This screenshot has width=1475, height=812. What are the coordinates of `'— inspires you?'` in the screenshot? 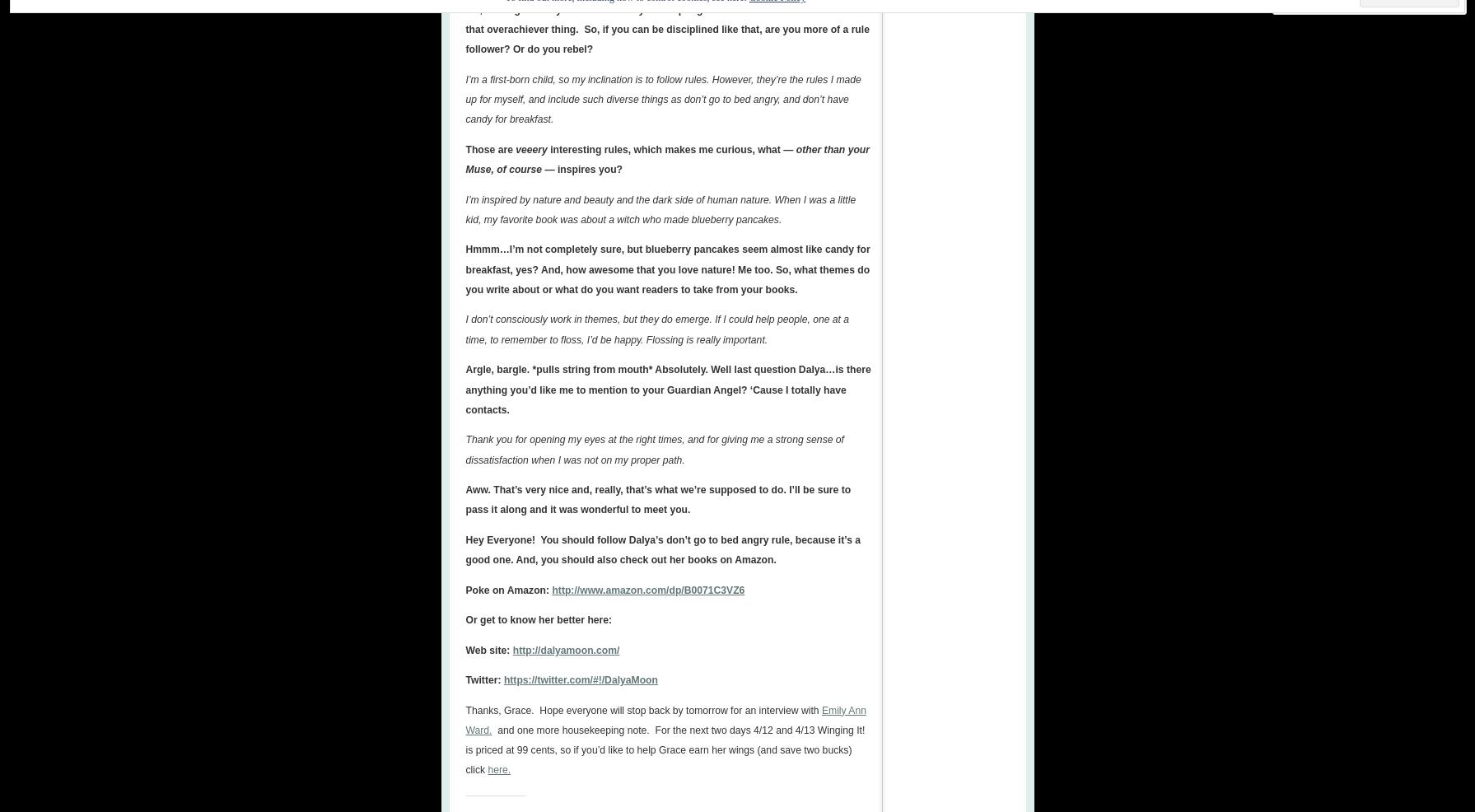 It's located at (583, 168).